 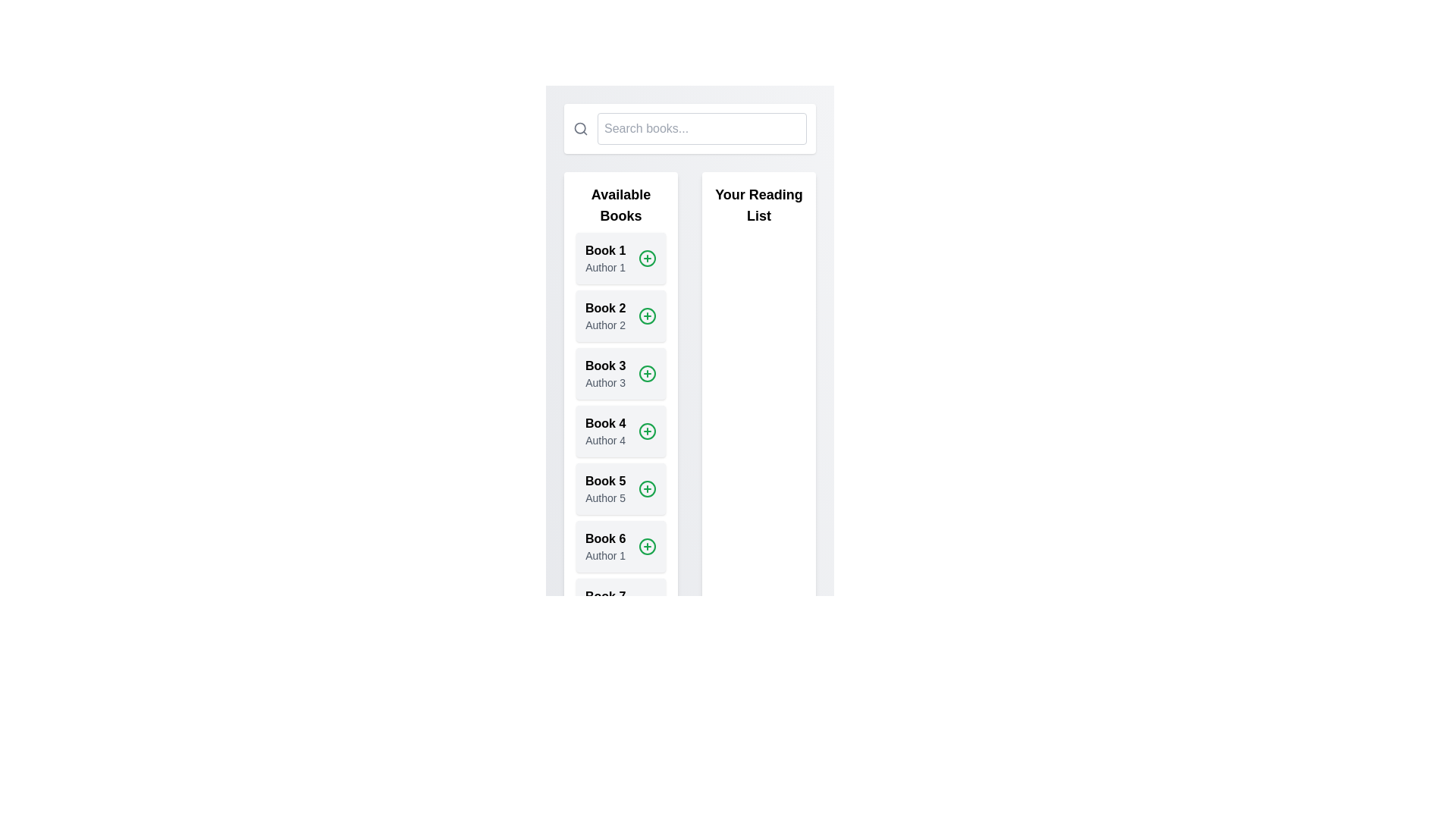 What do you see at coordinates (621, 315) in the screenshot?
I see `the list item titled 'Book 2' with the add action, which includes a green '+' icon and is located in the 'Available Books' section` at bounding box center [621, 315].